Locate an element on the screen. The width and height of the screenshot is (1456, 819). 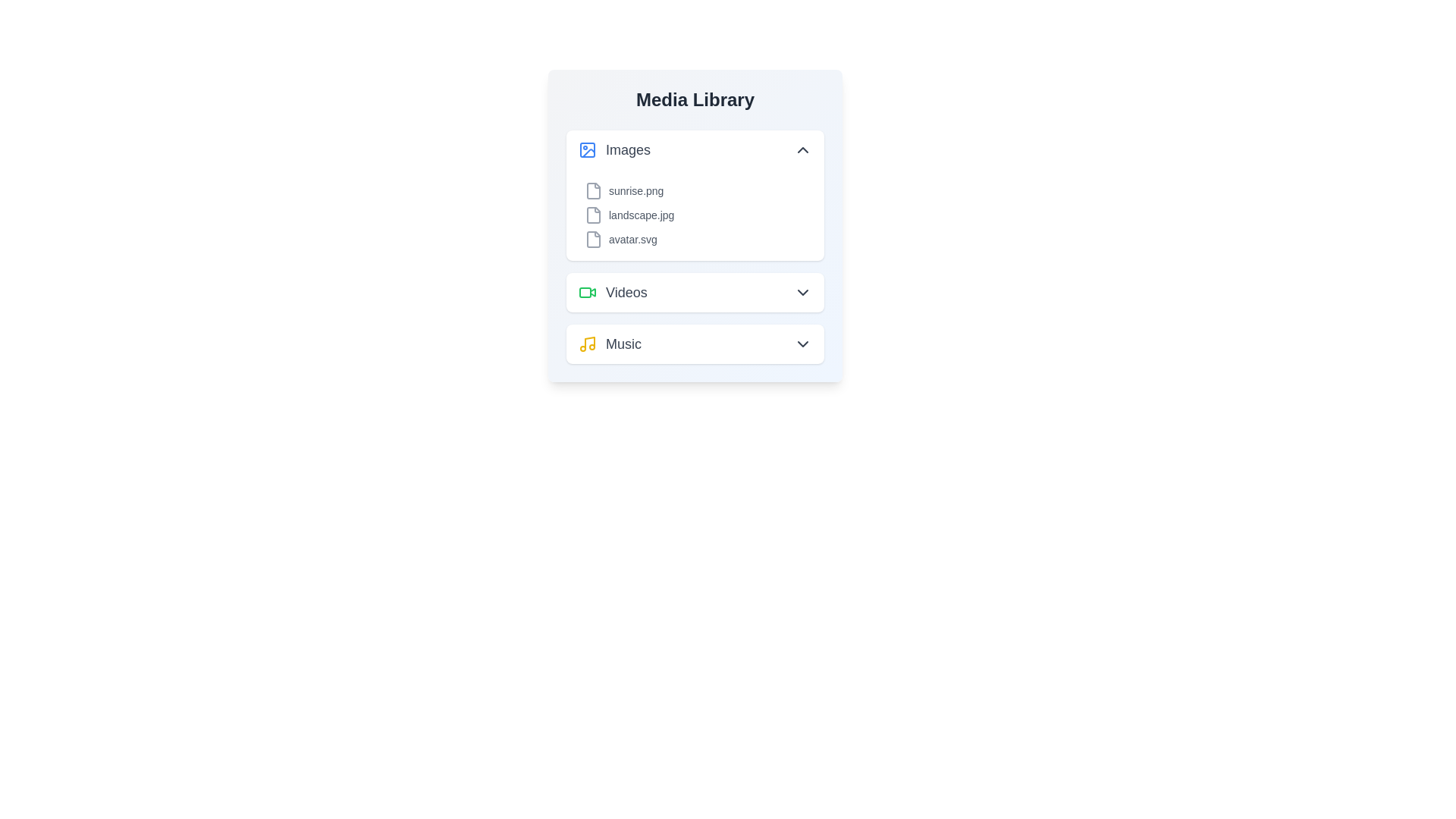
the text label displaying 'Videos' located in the second row of the 'Media Library' section, which has a green video icon to the left and a dropdown arrow to the right is located at coordinates (626, 292).